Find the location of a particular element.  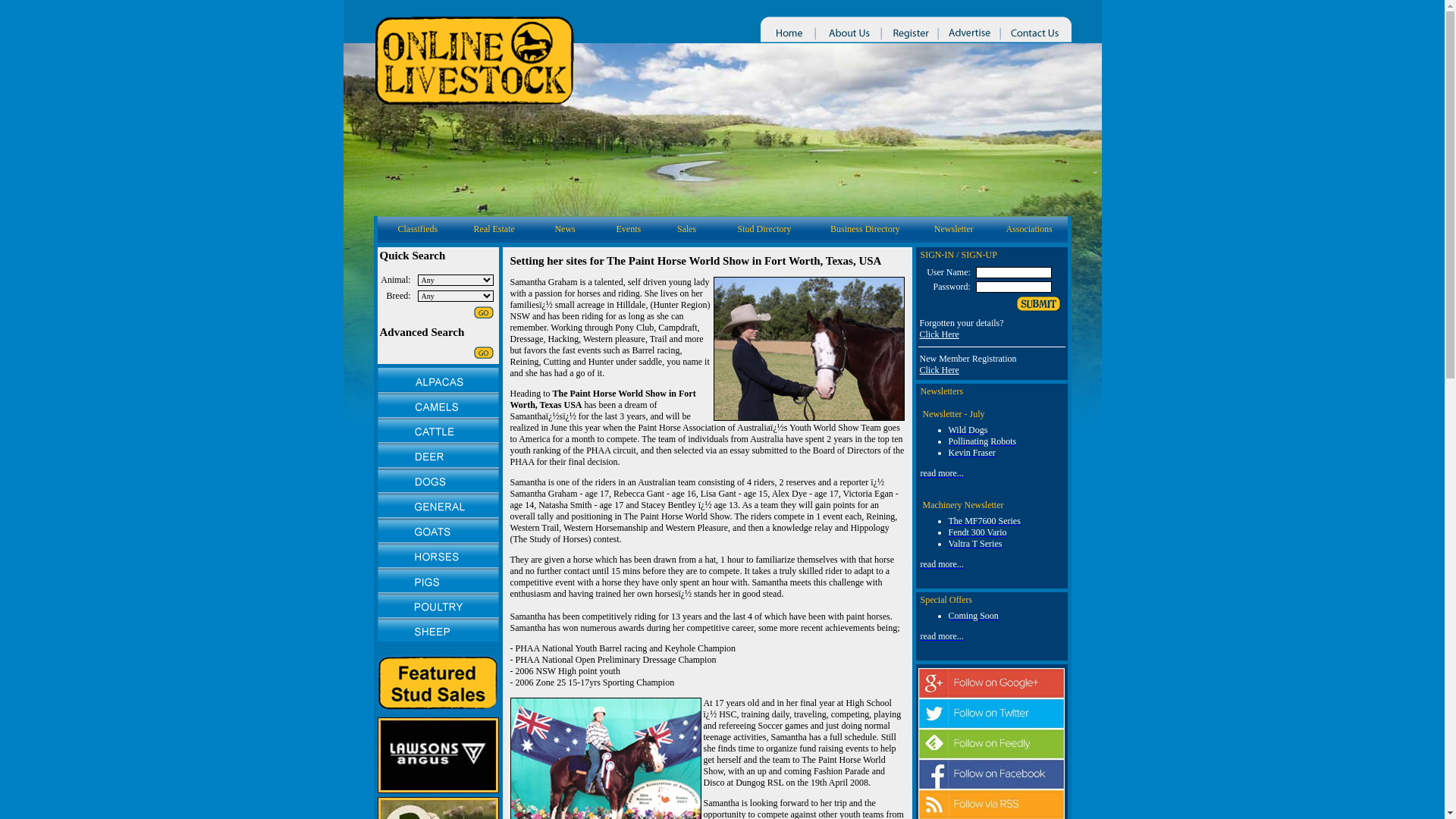

'read more...' is located at coordinates (941, 472).